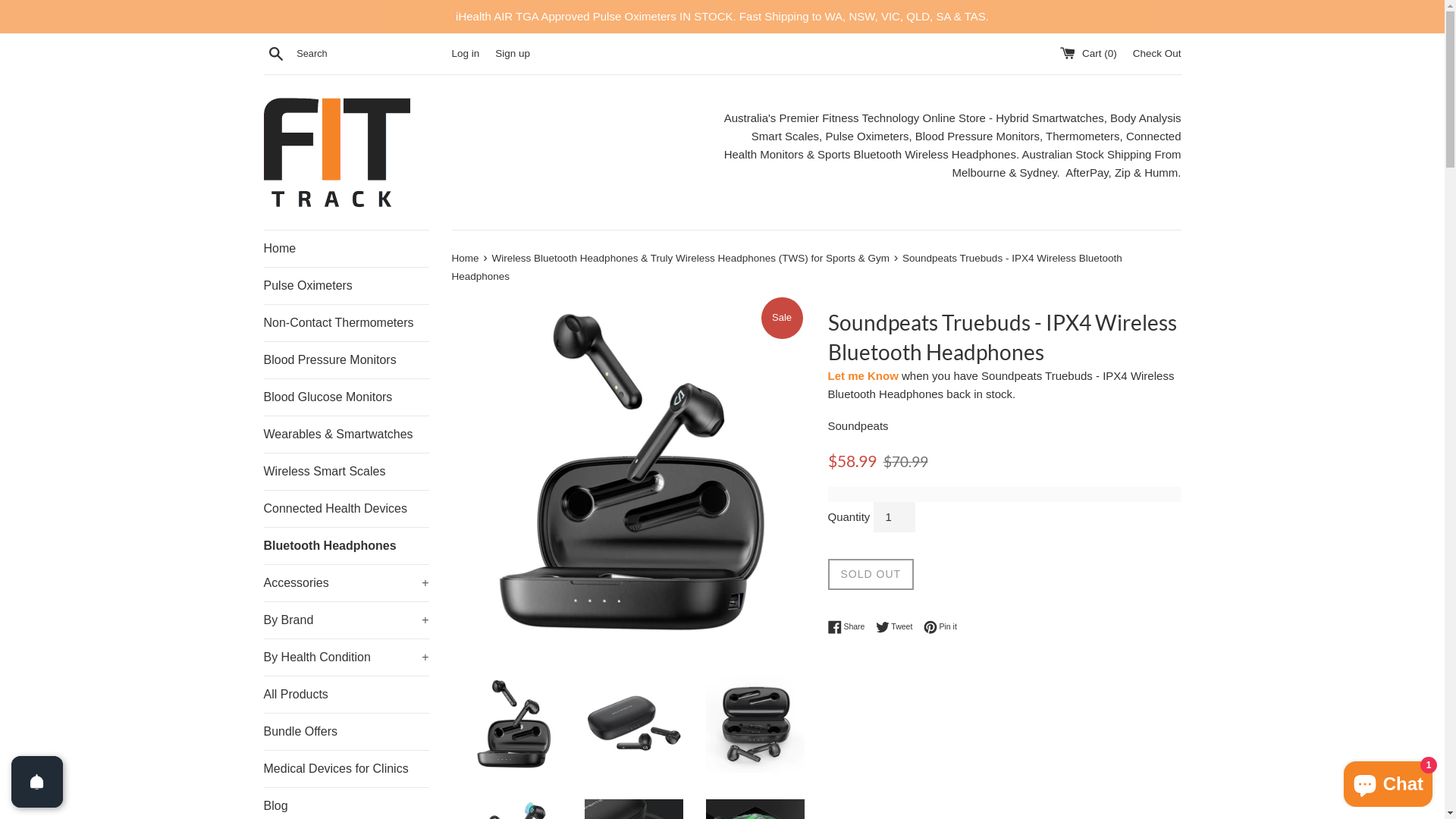  I want to click on 'Bundle Offers', so click(263, 730).